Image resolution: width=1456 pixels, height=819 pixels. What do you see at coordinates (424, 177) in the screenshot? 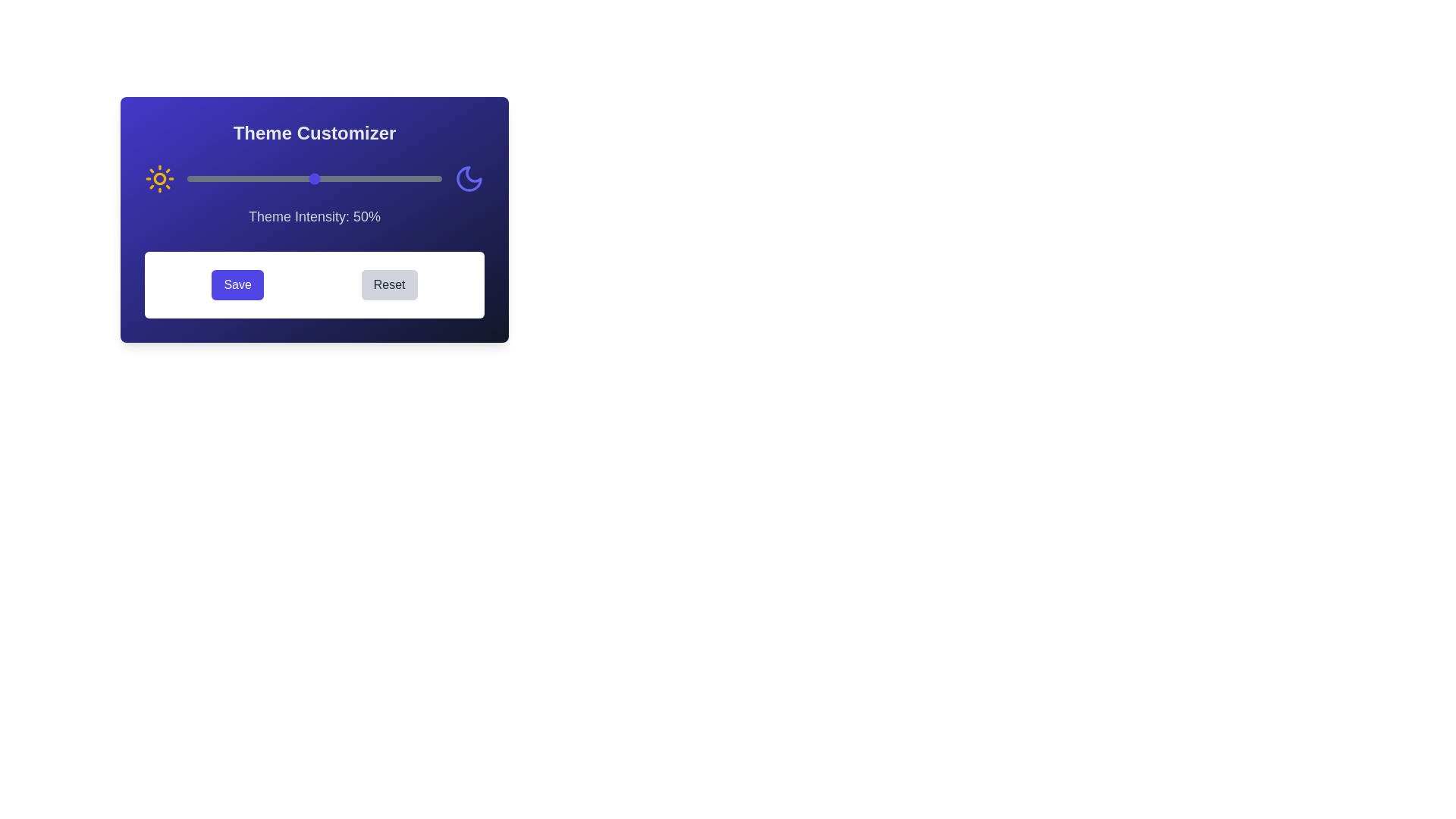
I see `the theme intensity slider to 93%` at bounding box center [424, 177].